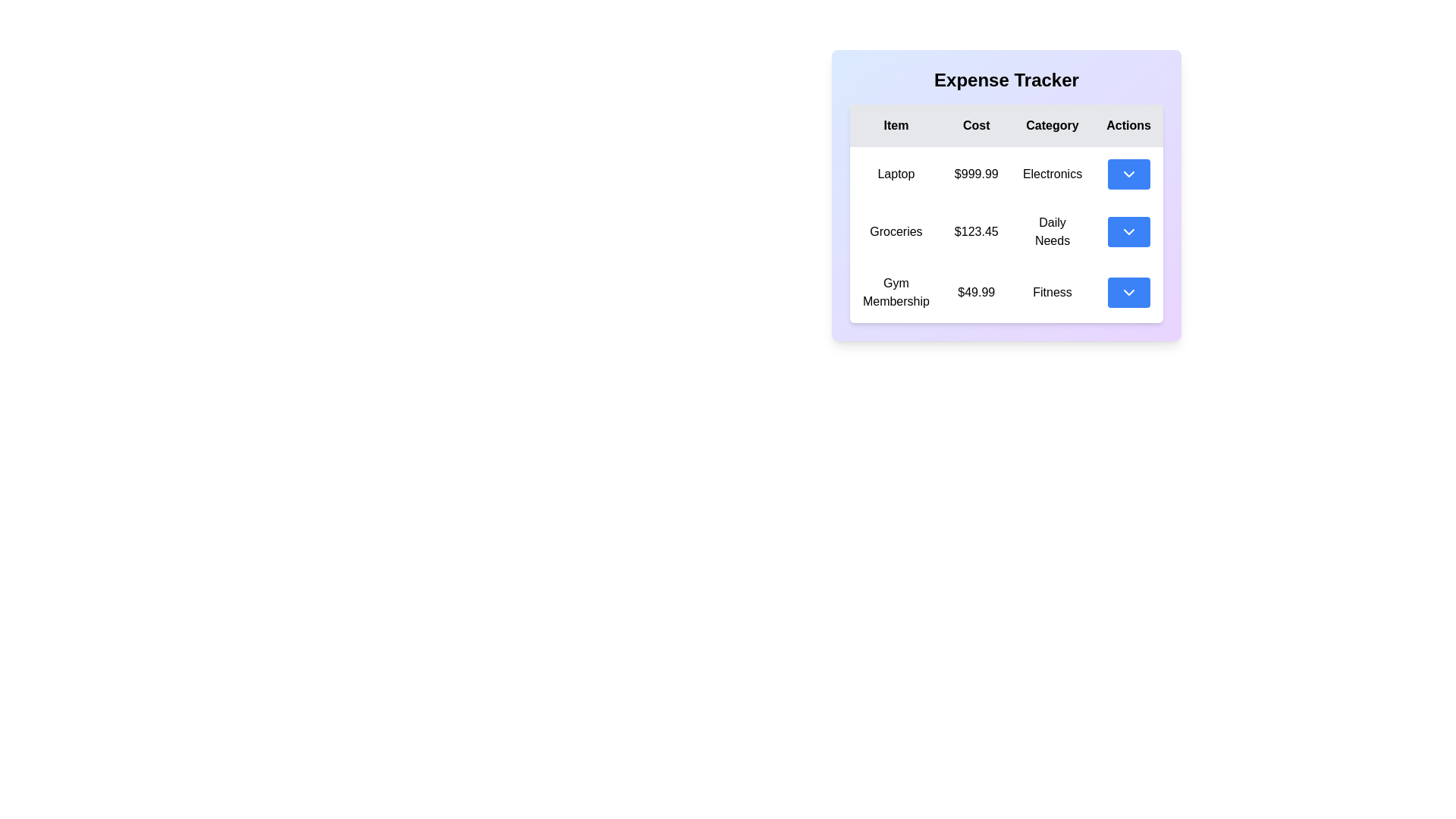 Image resolution: width=1456 pixels, height=819 pixels. Describe the element at coordinates (1128, 292) in the screenshot. I see `the chevron-down icon in the last row of the table under the 'Actions' column` at that location.